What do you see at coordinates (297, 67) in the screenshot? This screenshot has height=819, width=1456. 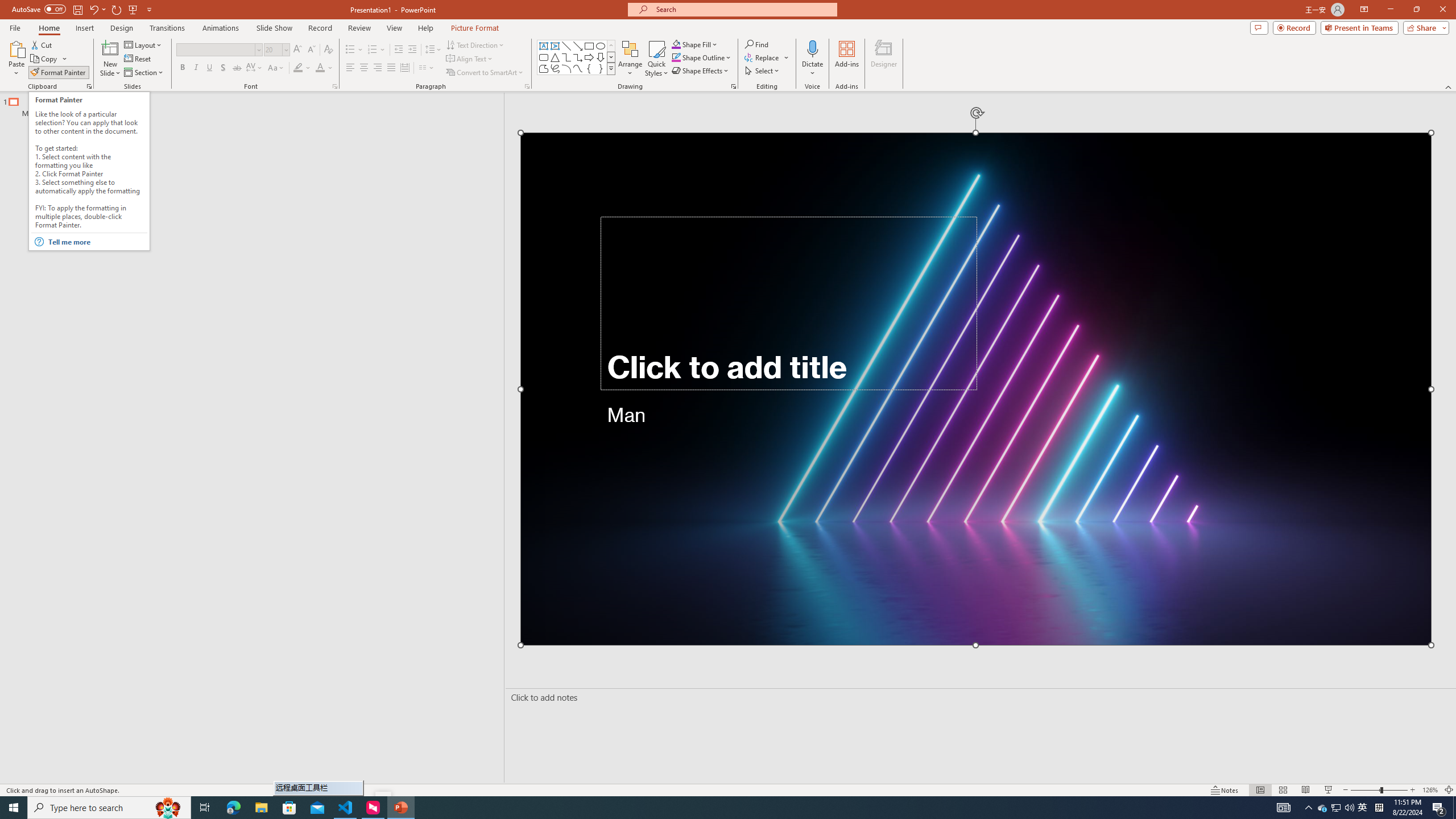 I see `'Text Highlight Color Yellow'` at bounding box center [297, 67].